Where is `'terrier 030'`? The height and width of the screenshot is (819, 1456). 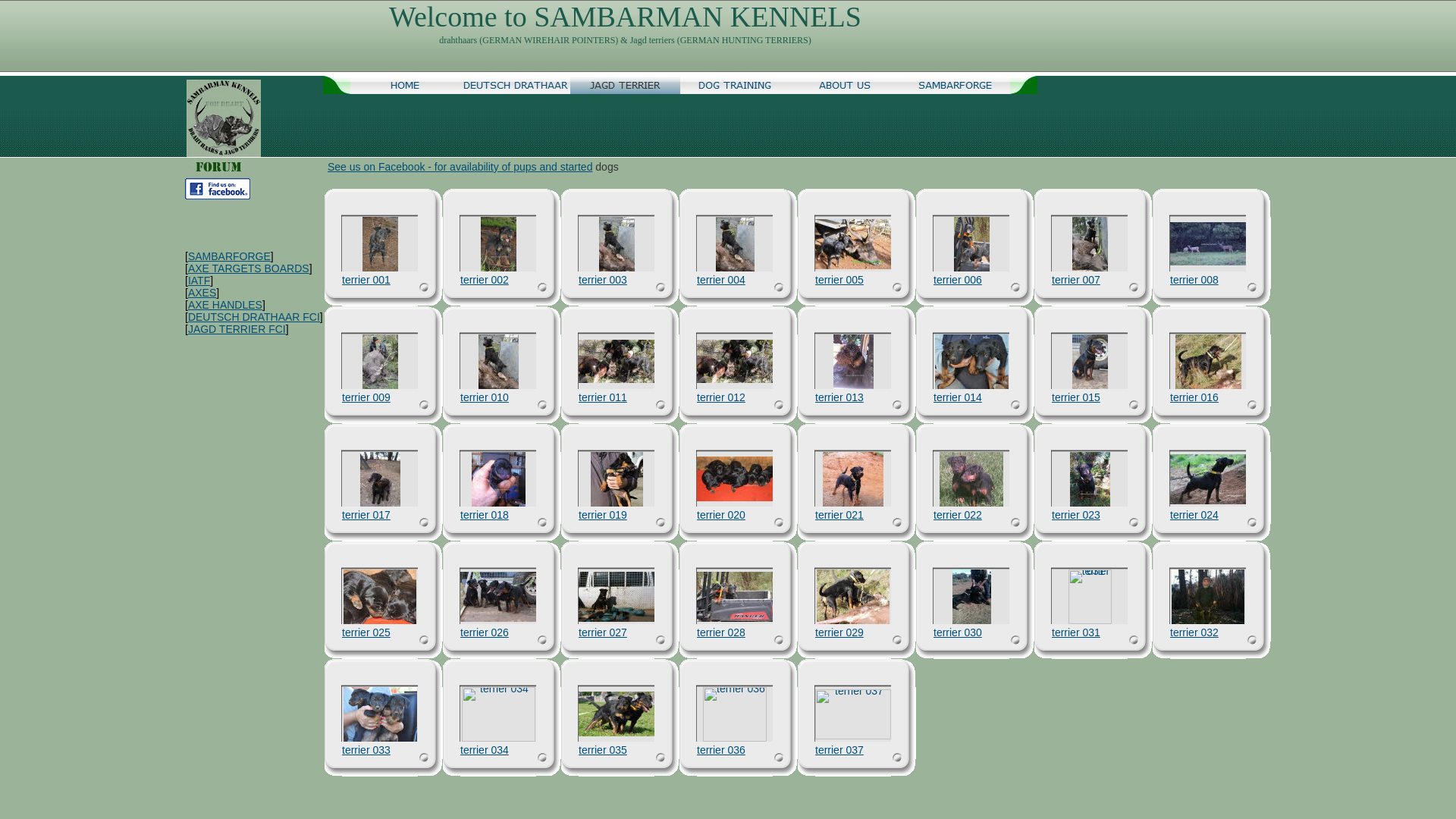
'terrier 030' is located at coordinates (952, 595).